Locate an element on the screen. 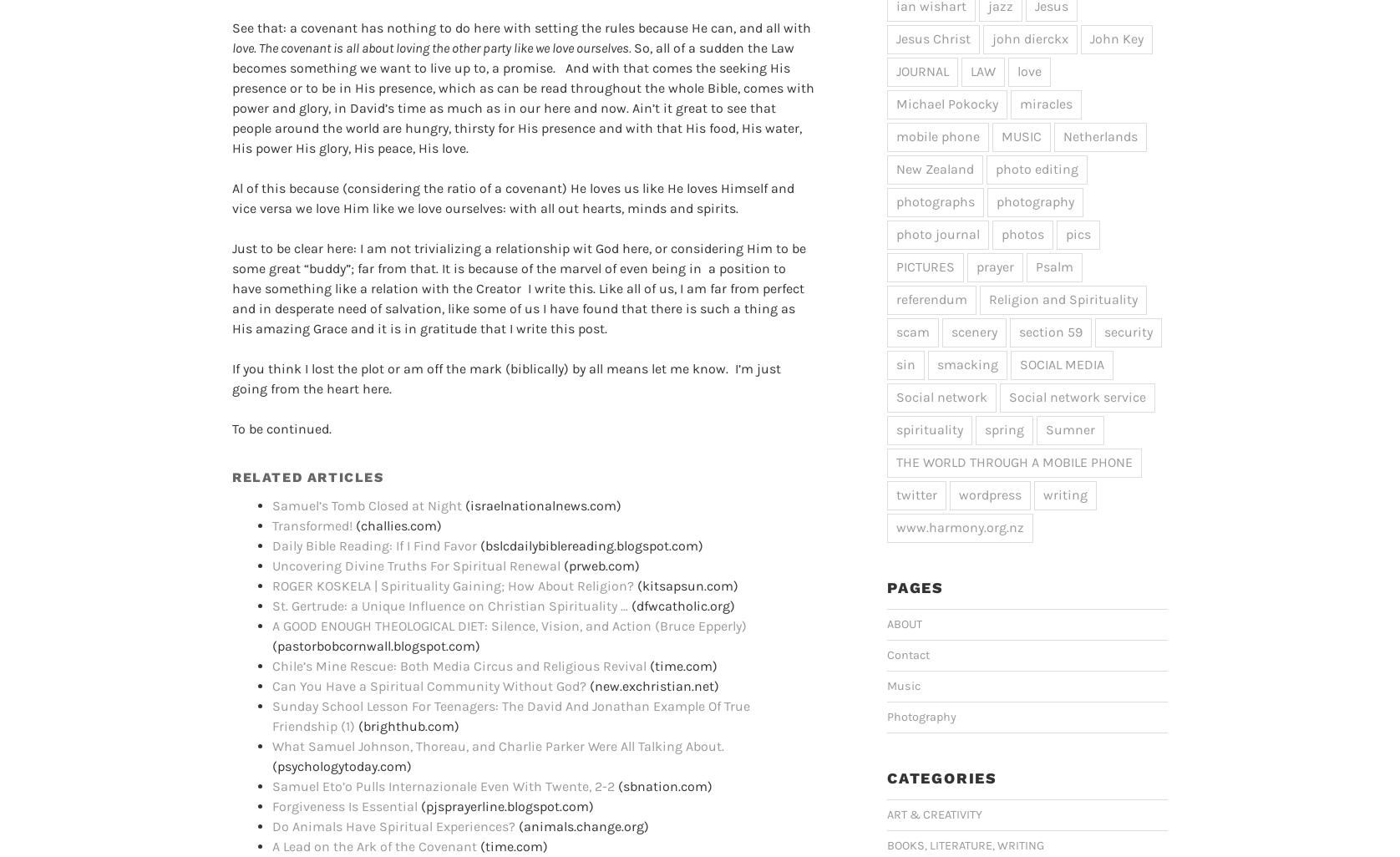  'love' is located at coordinates (1016, 69).